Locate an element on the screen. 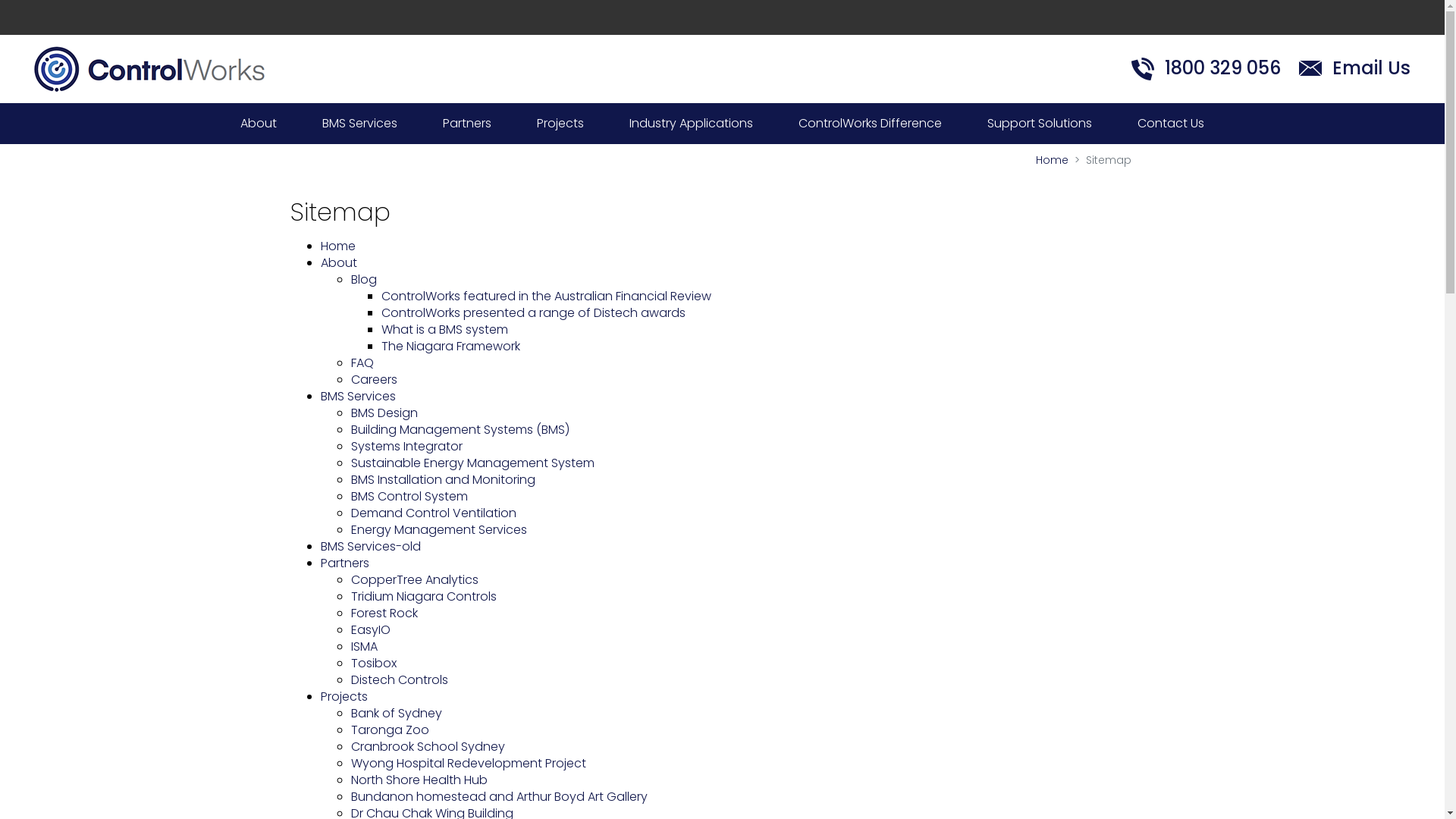 Image resolution: width=1456 pixels, height=819 pixels. 'FAQ' is located at coordinates (360, 362).